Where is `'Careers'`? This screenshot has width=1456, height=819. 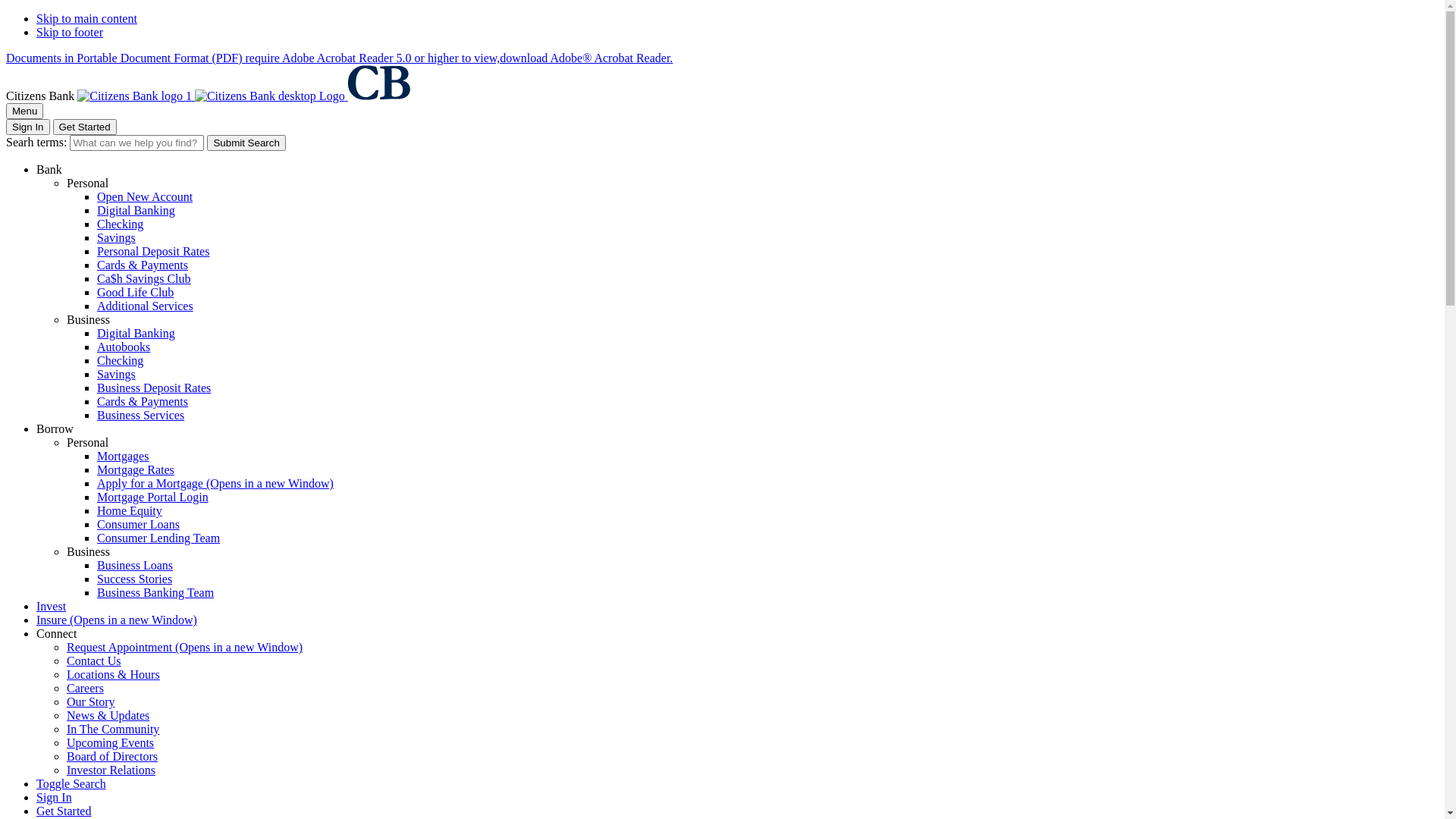
'Careers' is located at coordinates (65, 688).